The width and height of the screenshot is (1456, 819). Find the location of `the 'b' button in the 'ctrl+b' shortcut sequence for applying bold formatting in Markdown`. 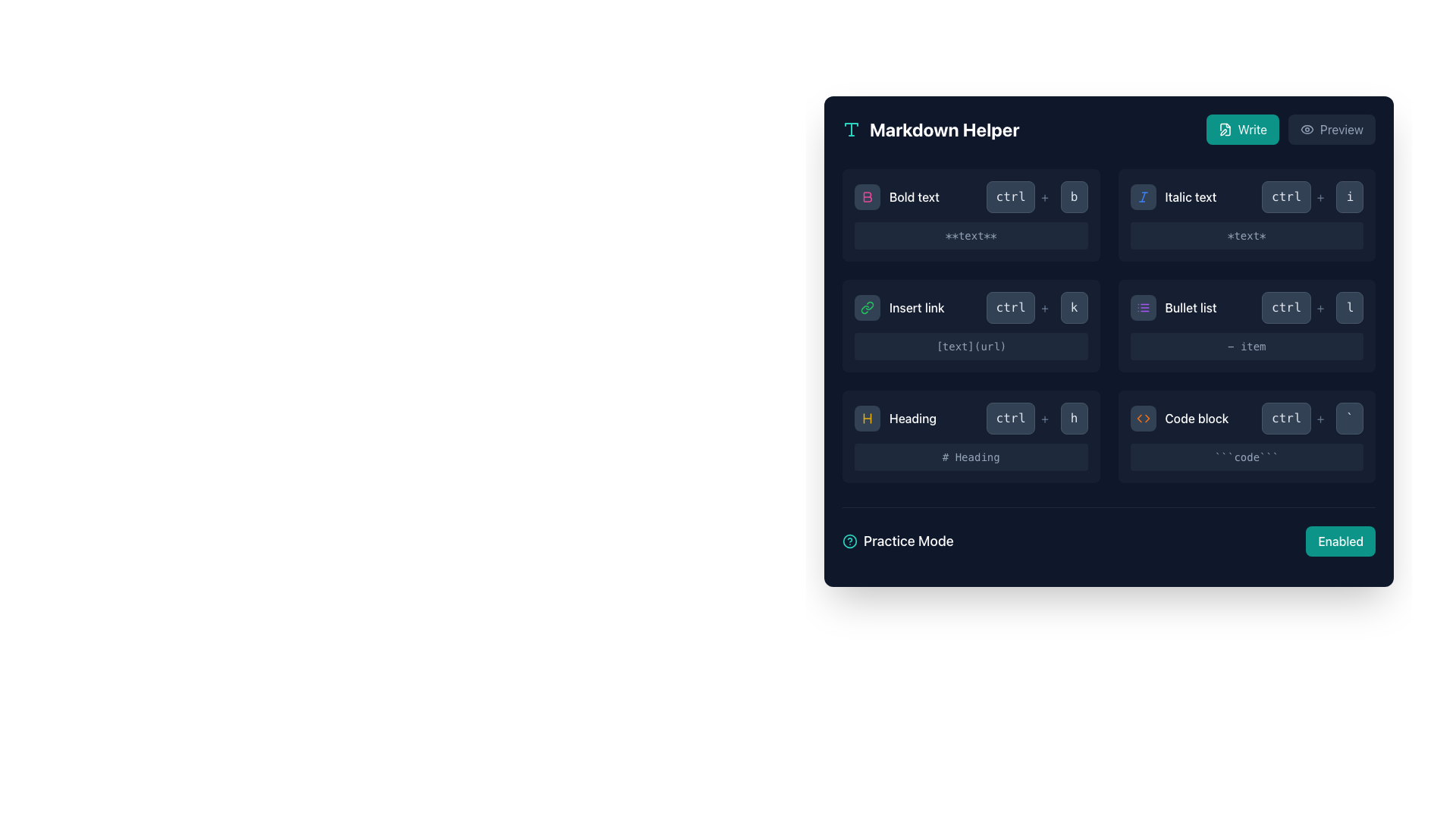

the 'b' button in the 'ctrl+b' shortcut sequence for applying bold formatting in Markdown is located at coordinates (1073, 196).